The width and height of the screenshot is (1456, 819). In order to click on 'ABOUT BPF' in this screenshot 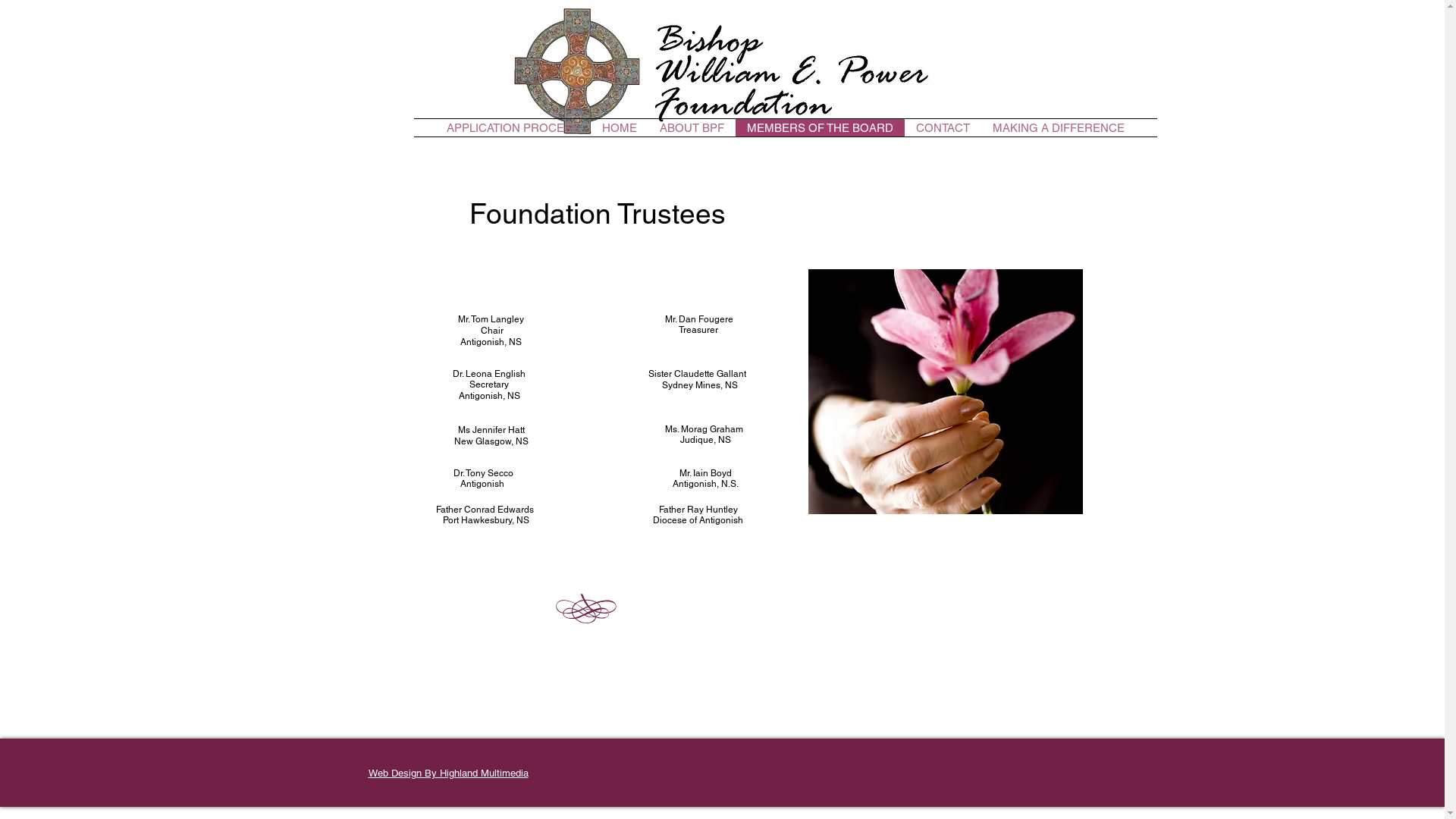, I will do `click(690, 127)`.